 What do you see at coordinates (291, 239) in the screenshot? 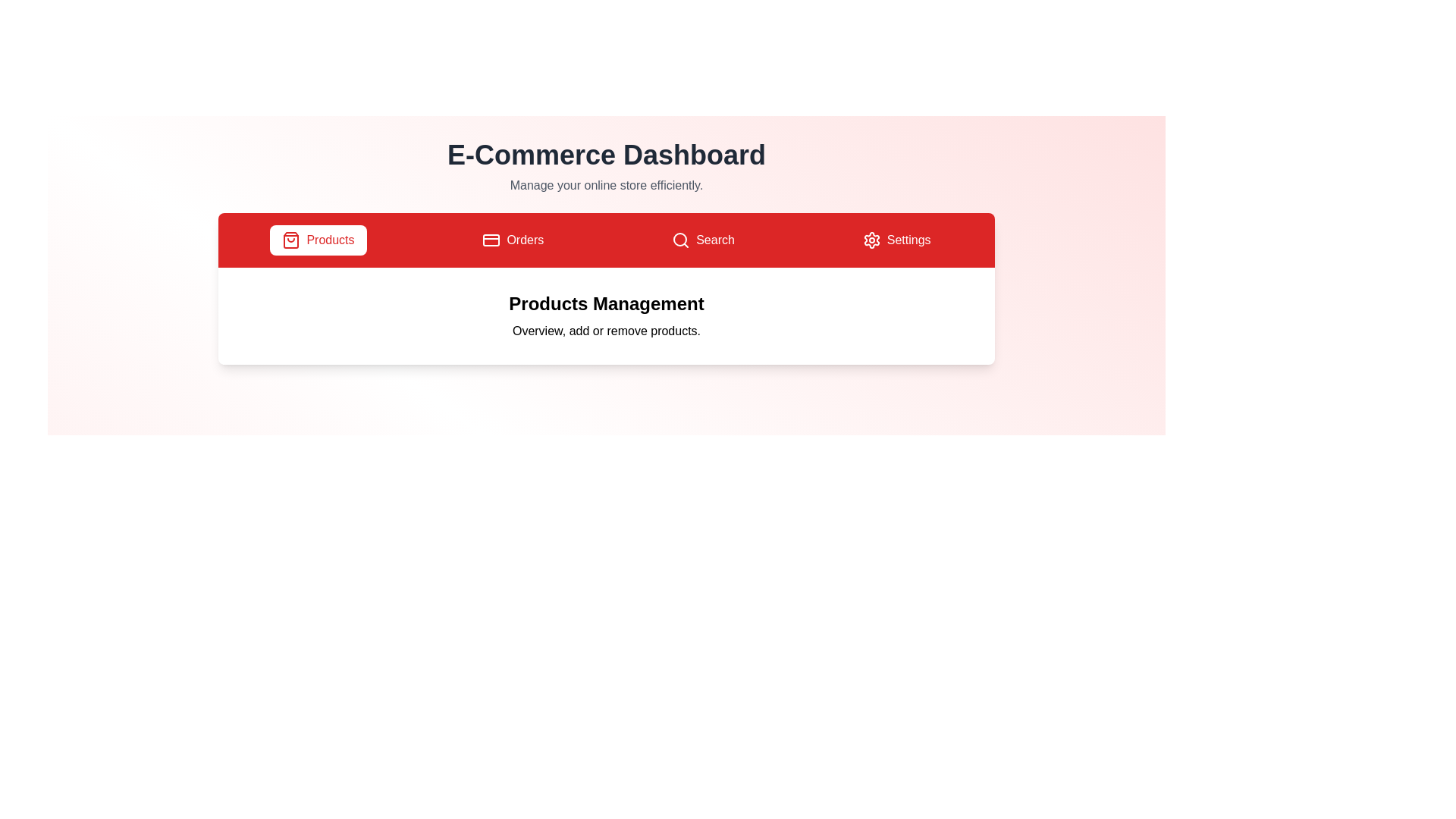
I see `the shopping bag icon located on the left side of the 'Products' button in the red bar below the 'E-Commerce Dashboard' header` at bounding box center [291, 239].